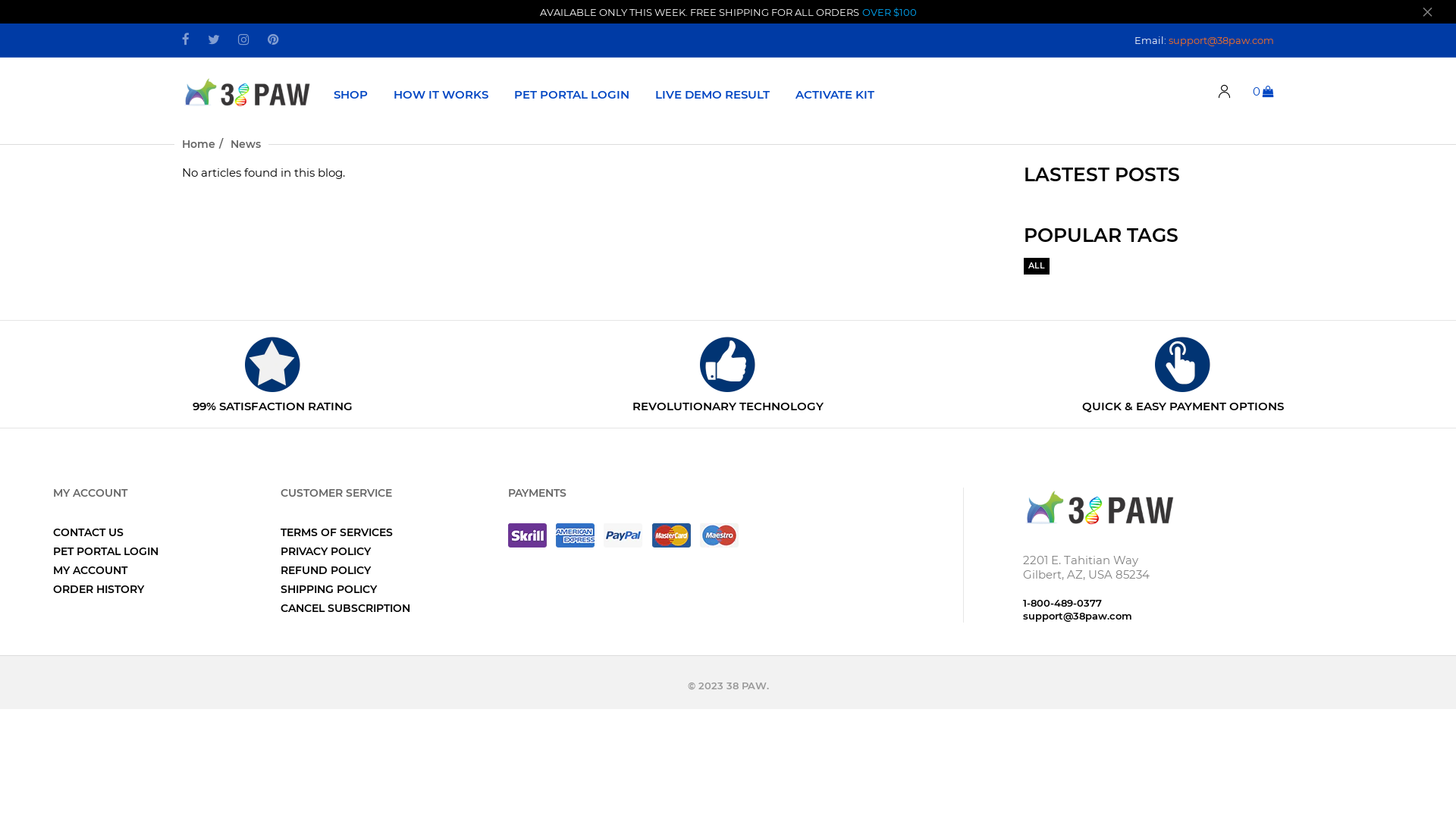 The width and height of the screenshot is (1456, 819). I want to click on 'ALL', so click(1036, 265).